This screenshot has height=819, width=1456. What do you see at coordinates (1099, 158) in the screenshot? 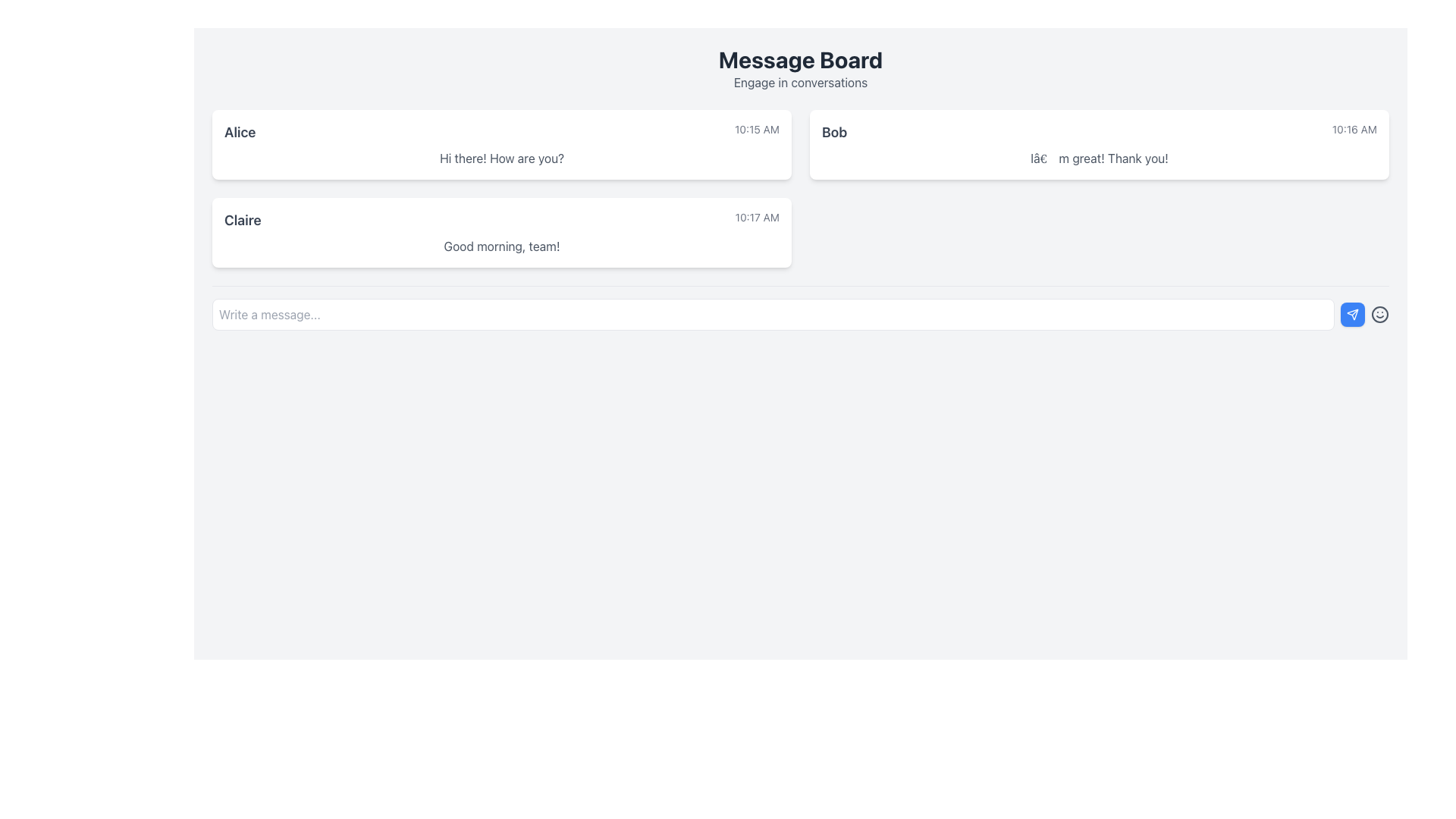
I see `the static text element that displays a message from the user "Bob" in the chat bubble, located below the header with the timestamp "10:16 AM"` at bounding box center [1099, 158].